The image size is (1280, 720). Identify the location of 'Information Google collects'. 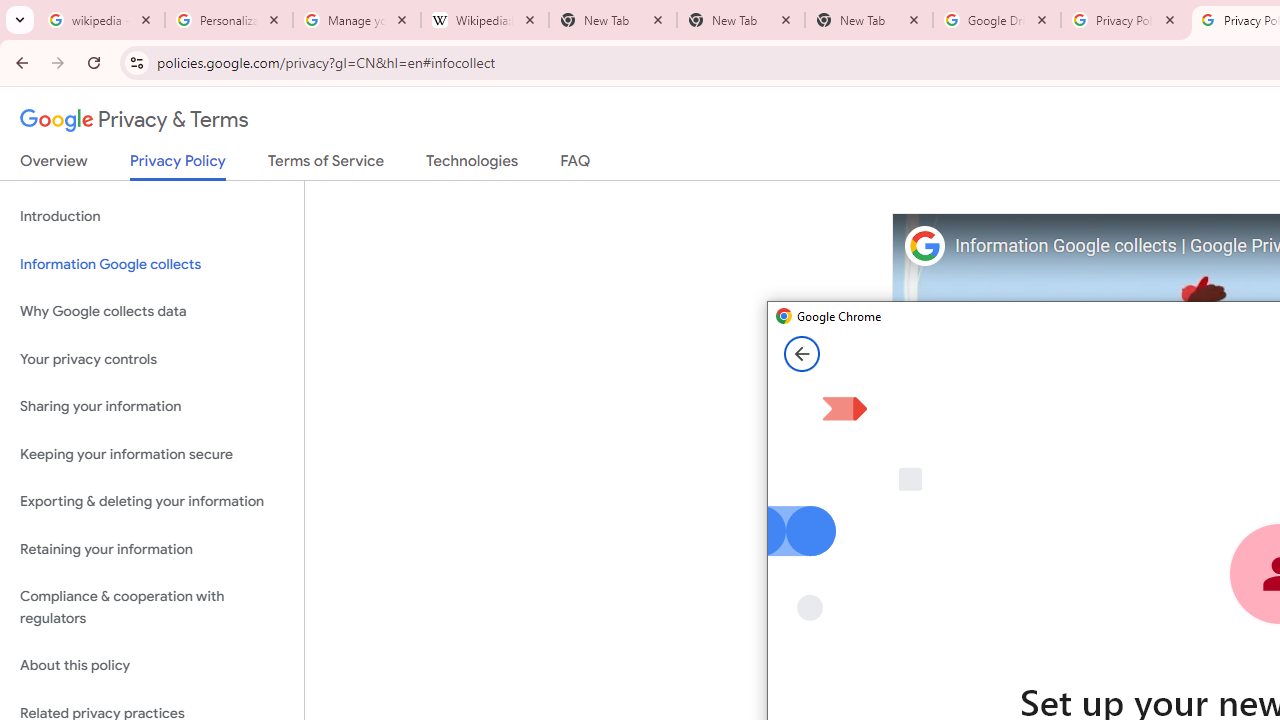
(151, 263).